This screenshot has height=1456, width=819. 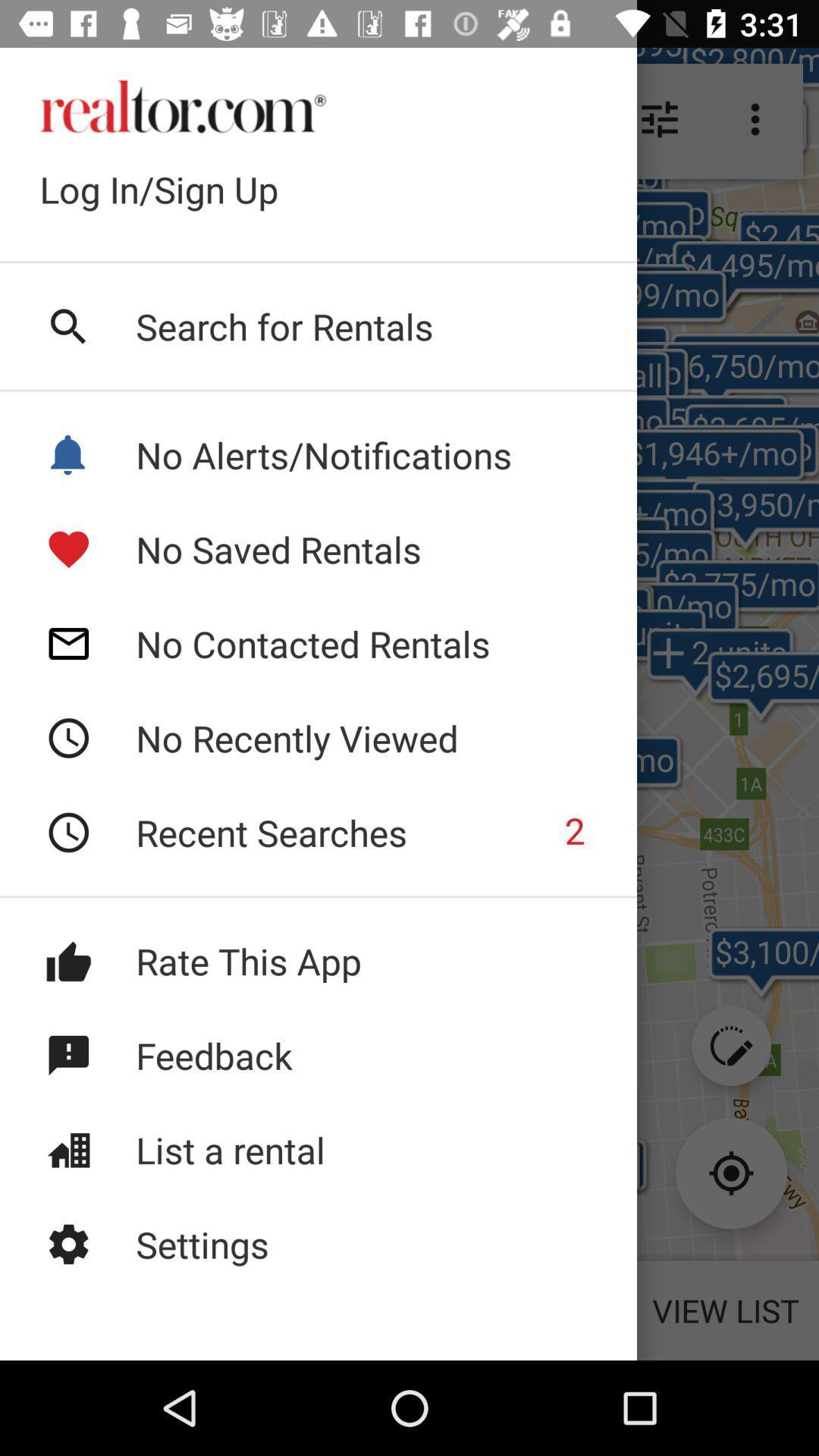 I want to click on the location_crosshair icon, so click(x=730, y=1172).